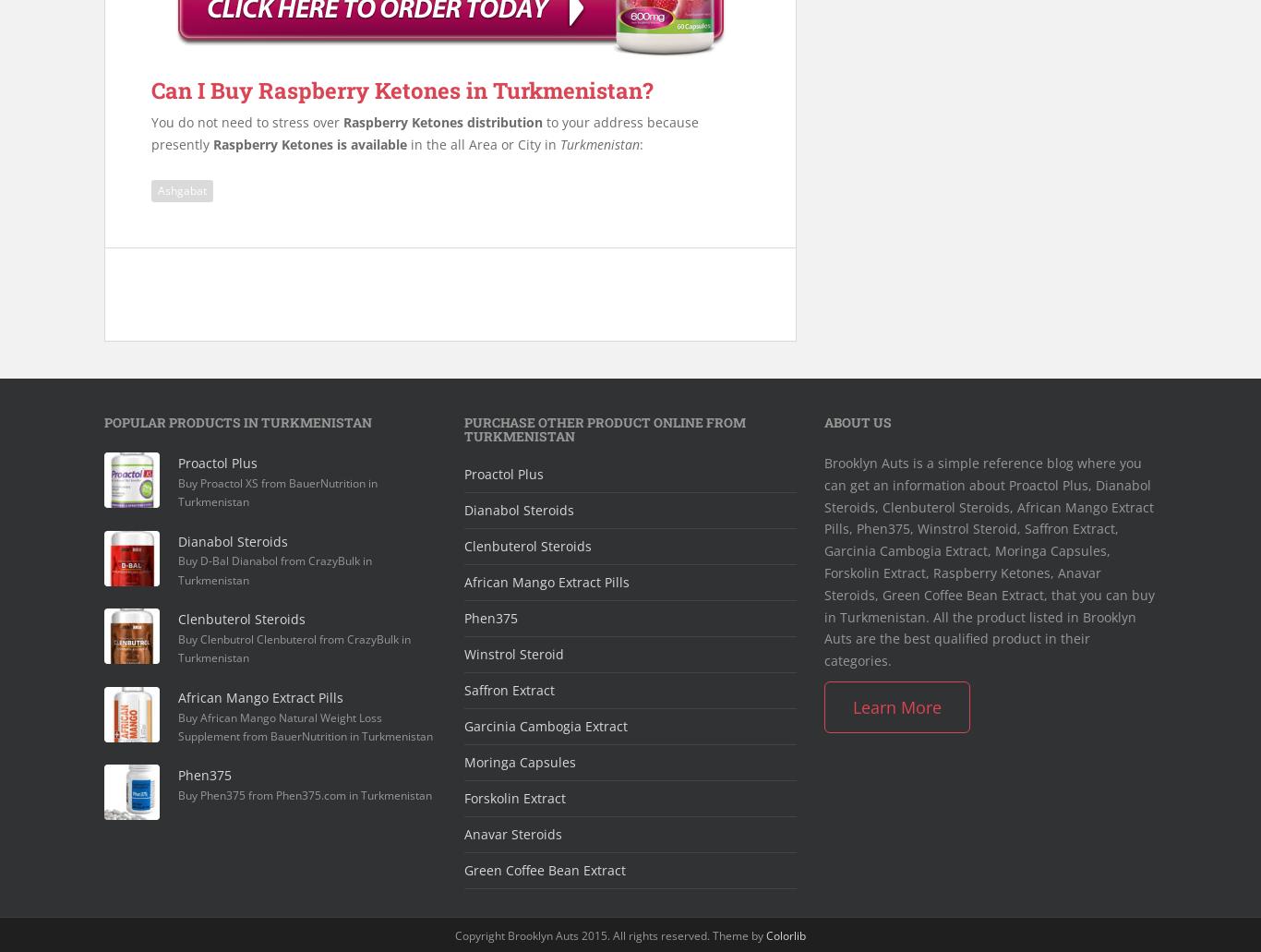 The image size is (1261, 952). What do you see at coordinates (483, 142) in the screenshot?
I see `'in the all Area or City in'` at bounding box center [483, 142].